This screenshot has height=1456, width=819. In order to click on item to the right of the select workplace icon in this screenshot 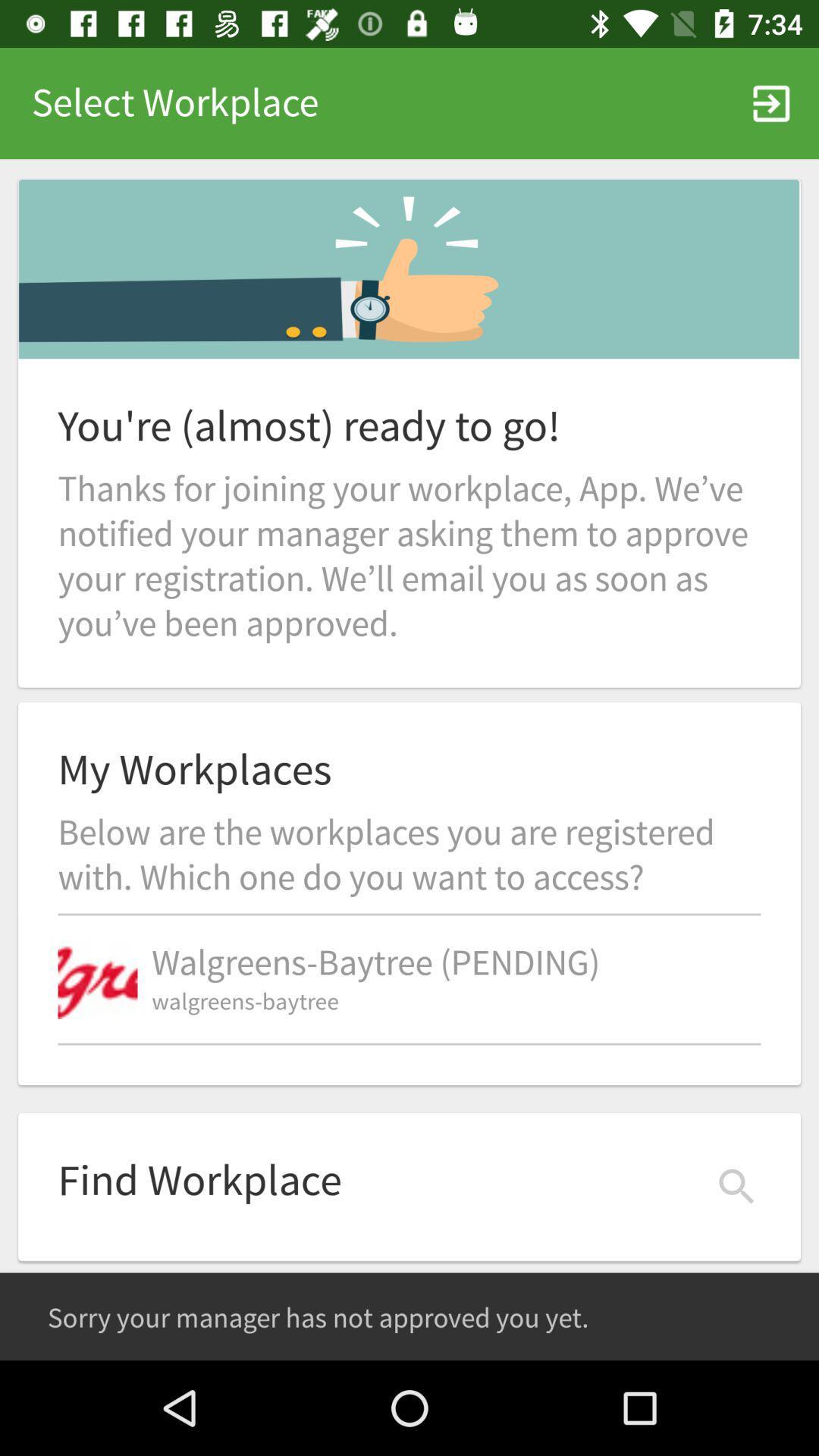, I will do `click(771, 102)`.